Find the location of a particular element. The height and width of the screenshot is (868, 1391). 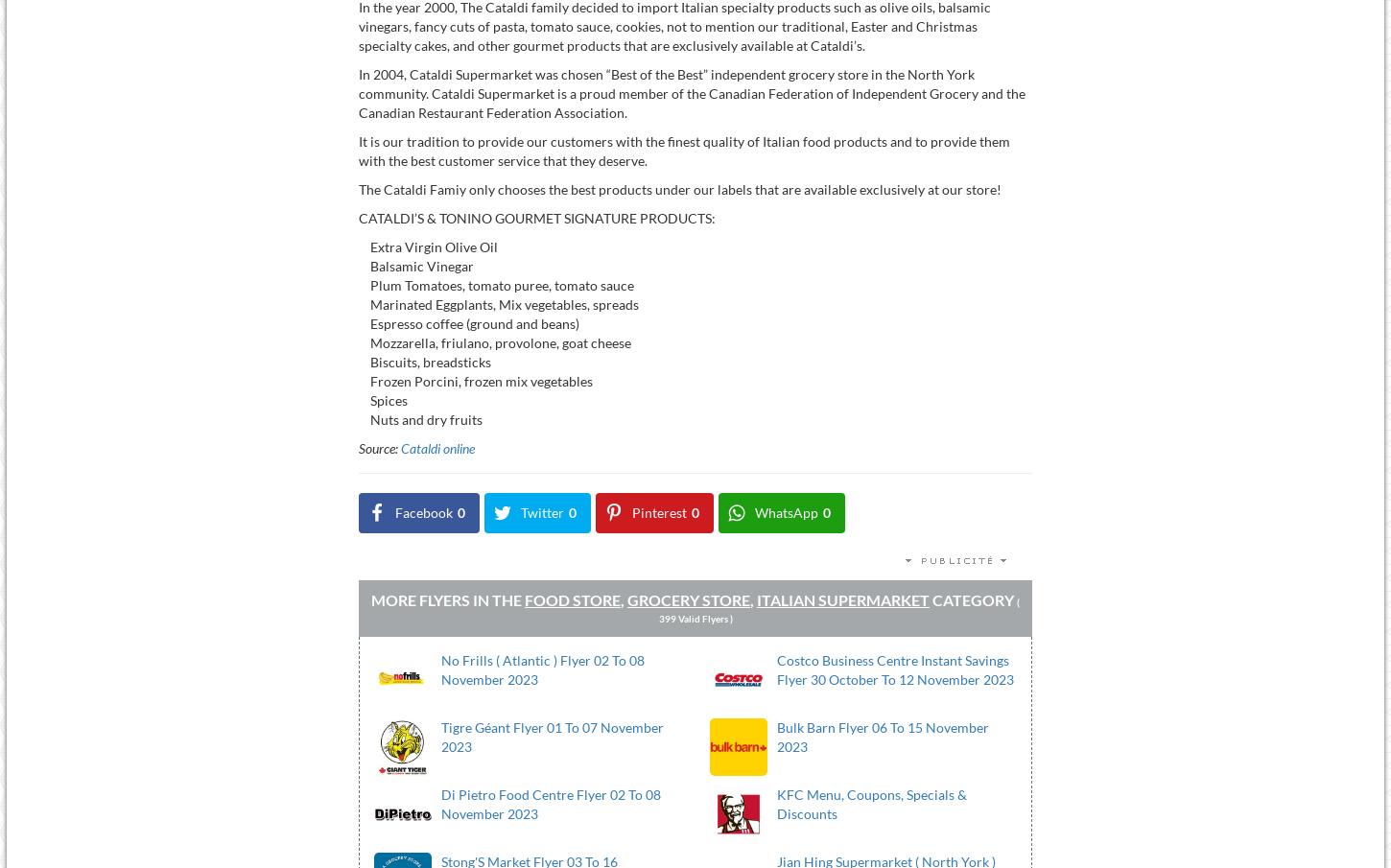

'In 2004, Cataldi Supermarket was chosen “Best of the Best” independent grocery store in the North York community. Cataldi Supermarket is a proud member of the Canadian Federation of Independent Grocery and the Canadian Restaurant Federation Association.' is located at coordinates (690, 92).